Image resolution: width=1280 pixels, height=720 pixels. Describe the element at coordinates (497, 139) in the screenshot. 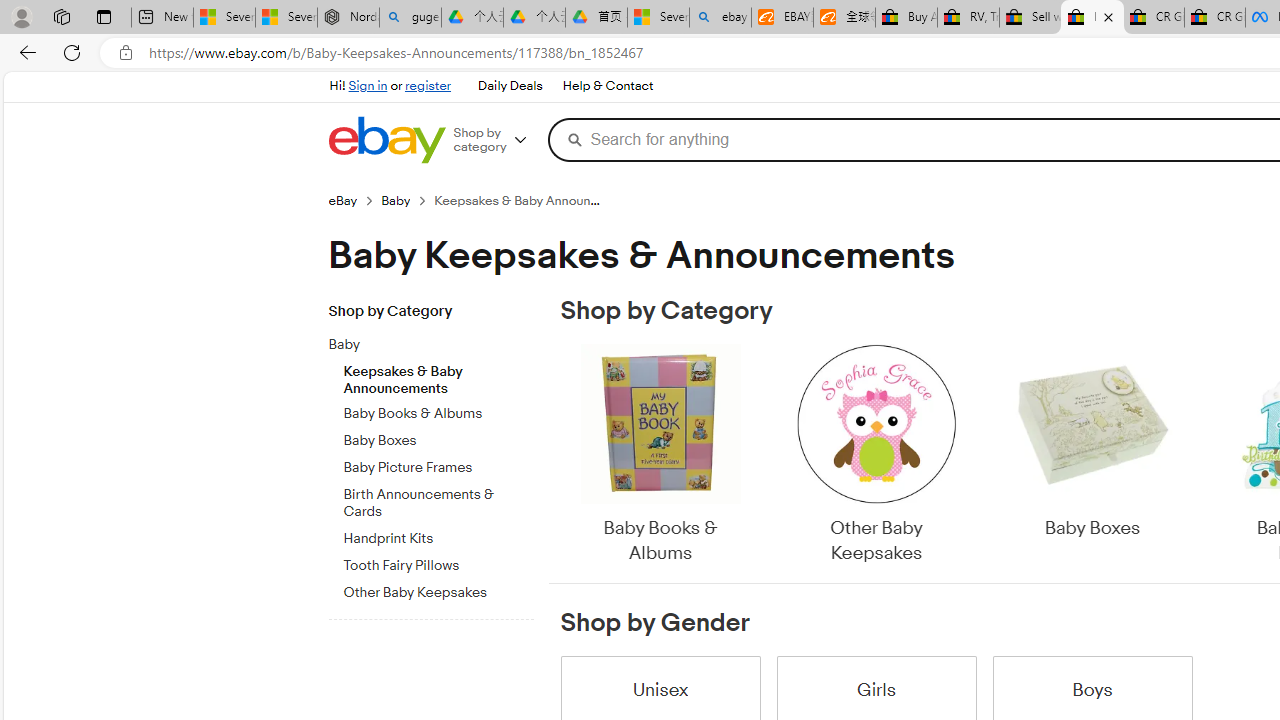

I see `'Shop by category'` at that location.